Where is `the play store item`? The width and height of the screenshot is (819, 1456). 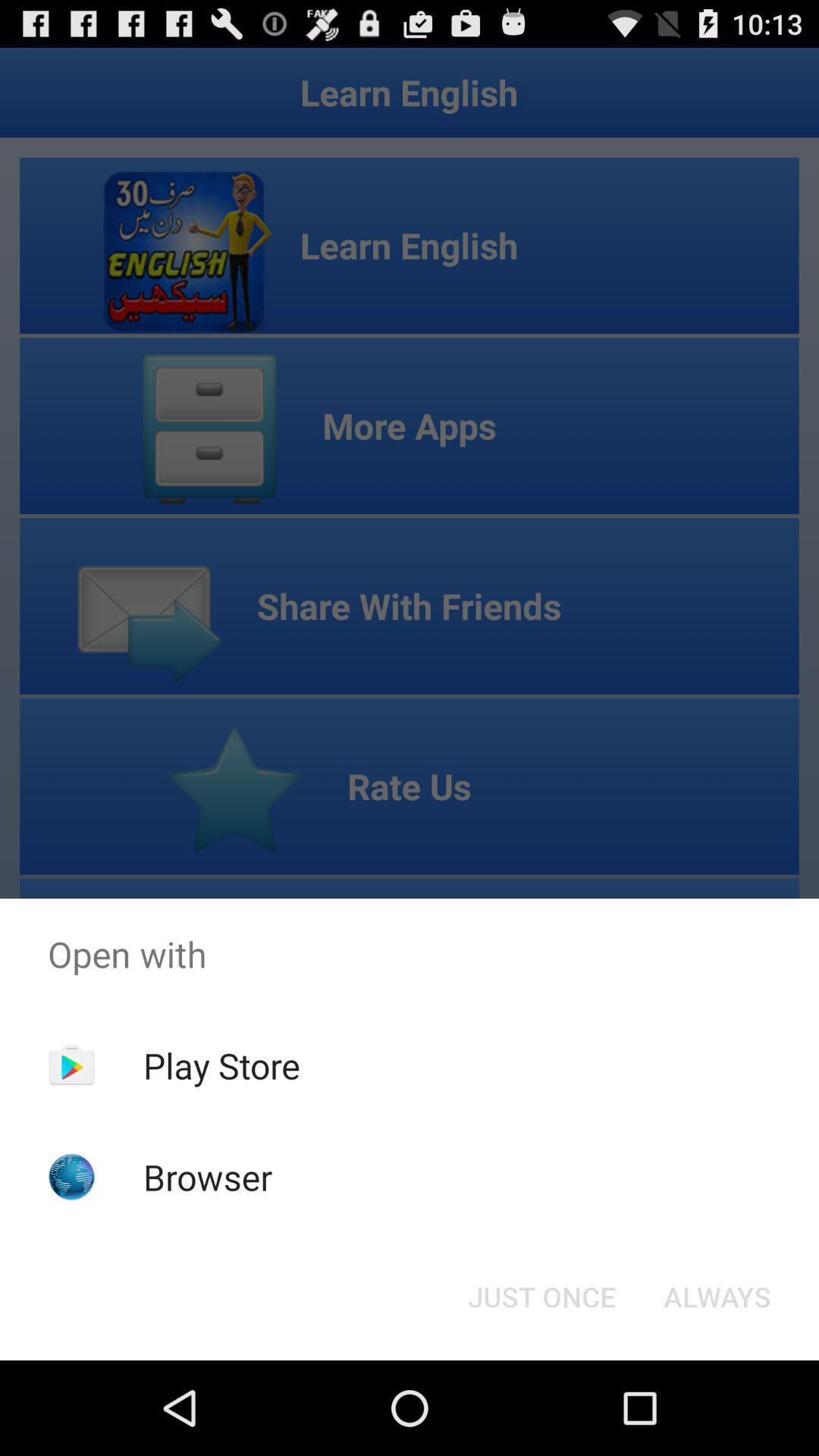
the play store item is located at coordinates (221, 1065).